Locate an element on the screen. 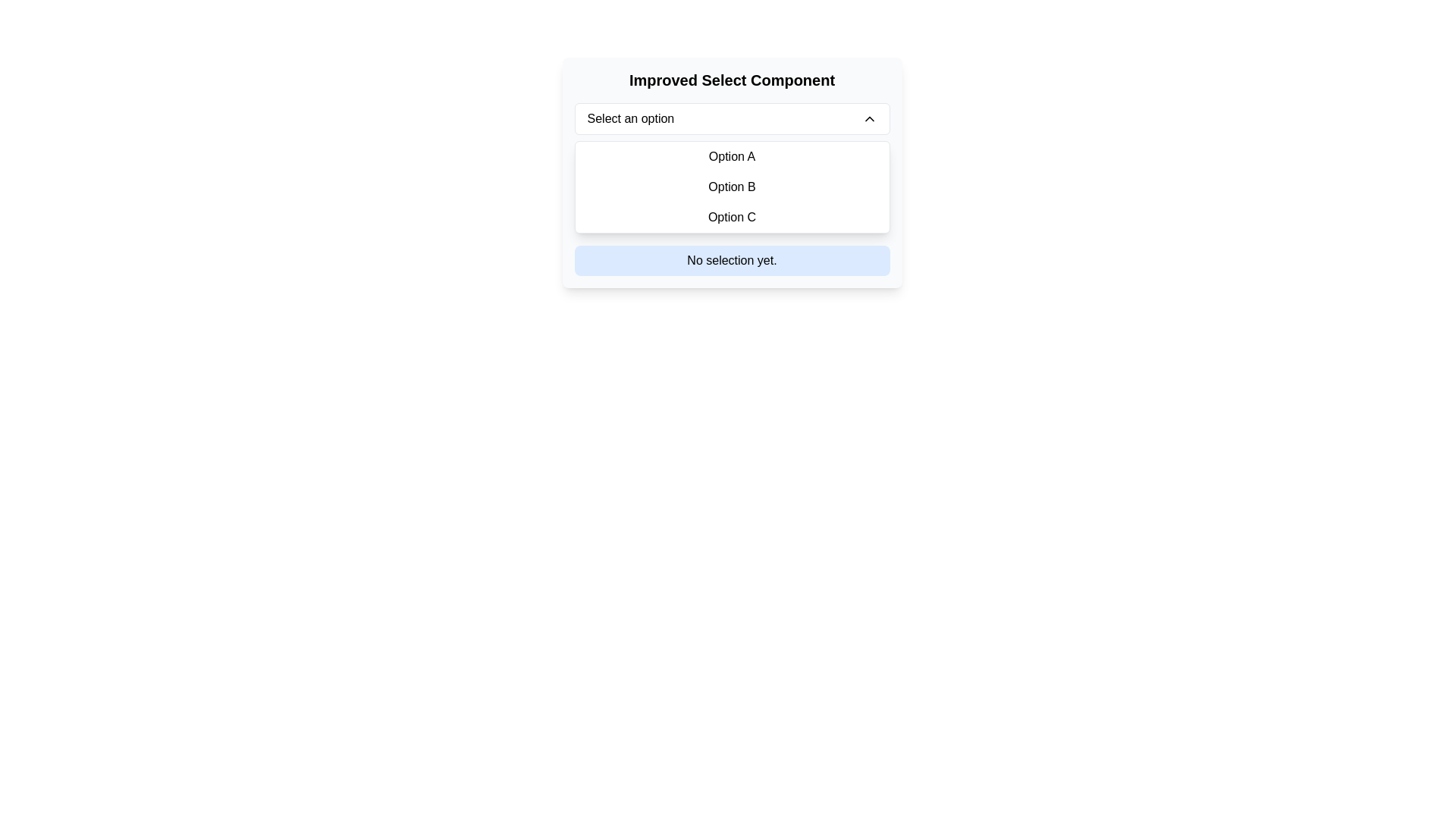 This screenshot has height=819, width=1456. the clickable list option labeled 'Option B', the second item in the vertical list is located at coordinates (732, 186).